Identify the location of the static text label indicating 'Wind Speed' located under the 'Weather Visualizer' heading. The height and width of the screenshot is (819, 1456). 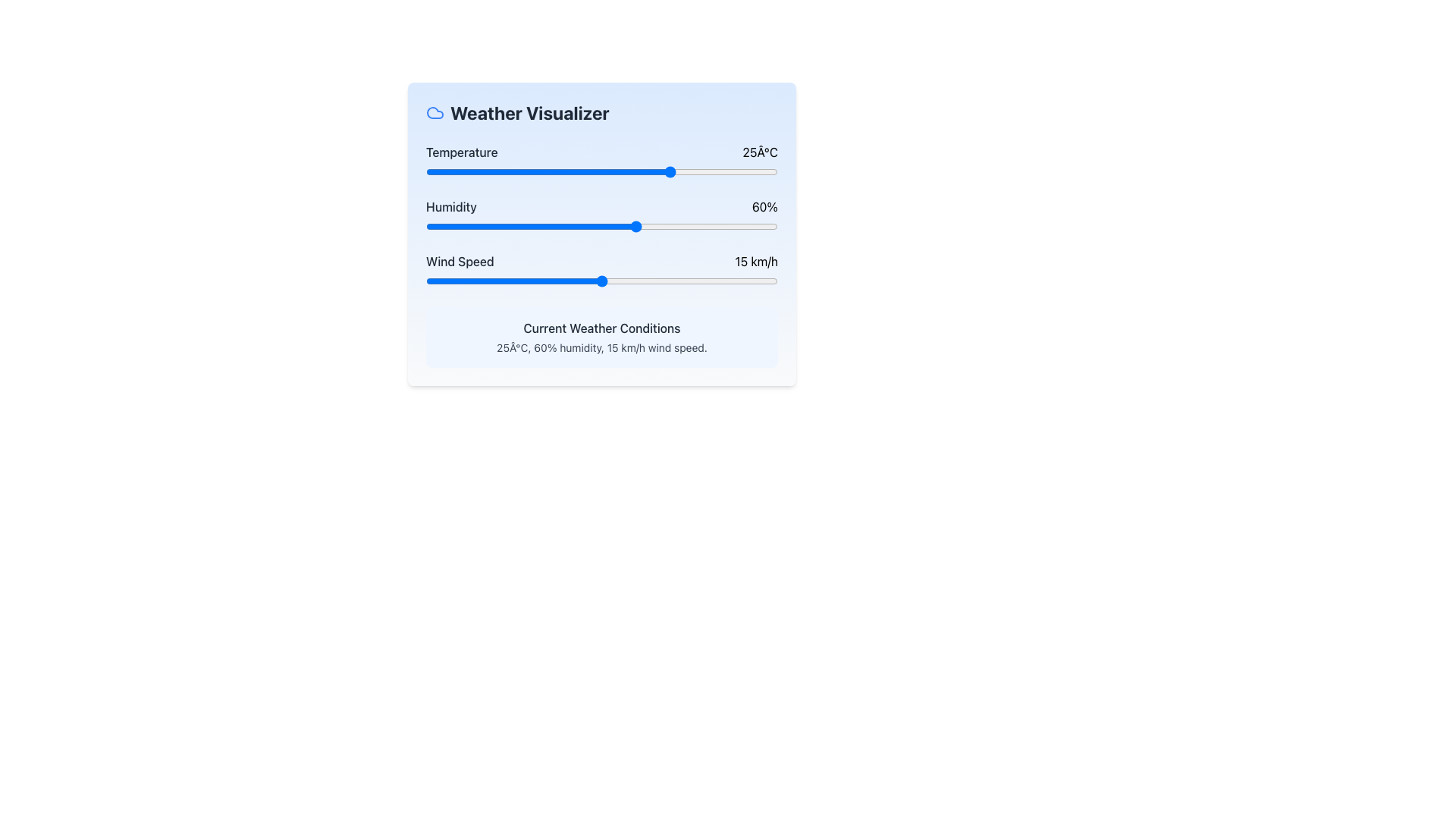
(459, 260).